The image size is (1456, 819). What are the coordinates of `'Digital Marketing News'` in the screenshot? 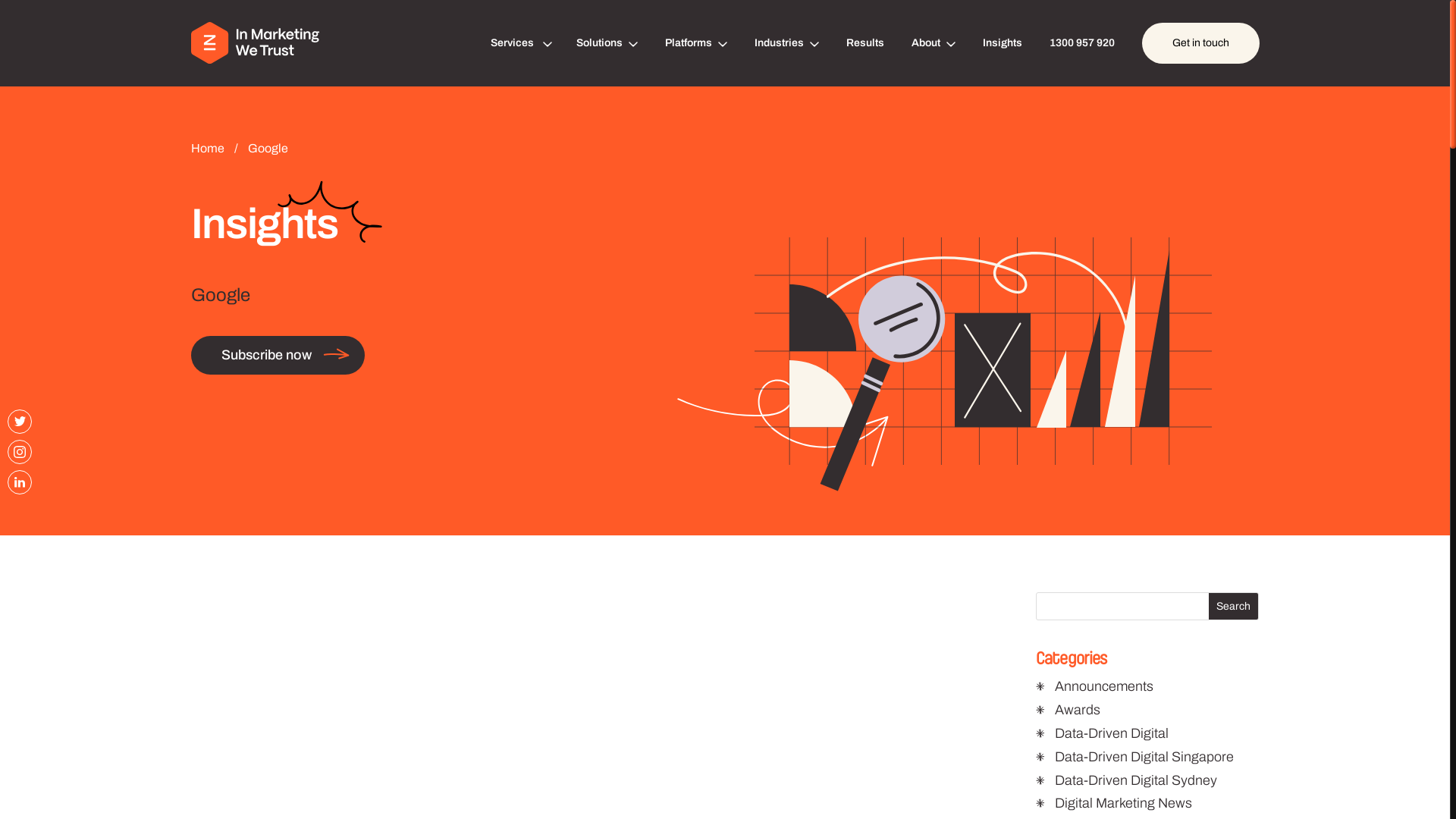 It's located at (1123, 802).